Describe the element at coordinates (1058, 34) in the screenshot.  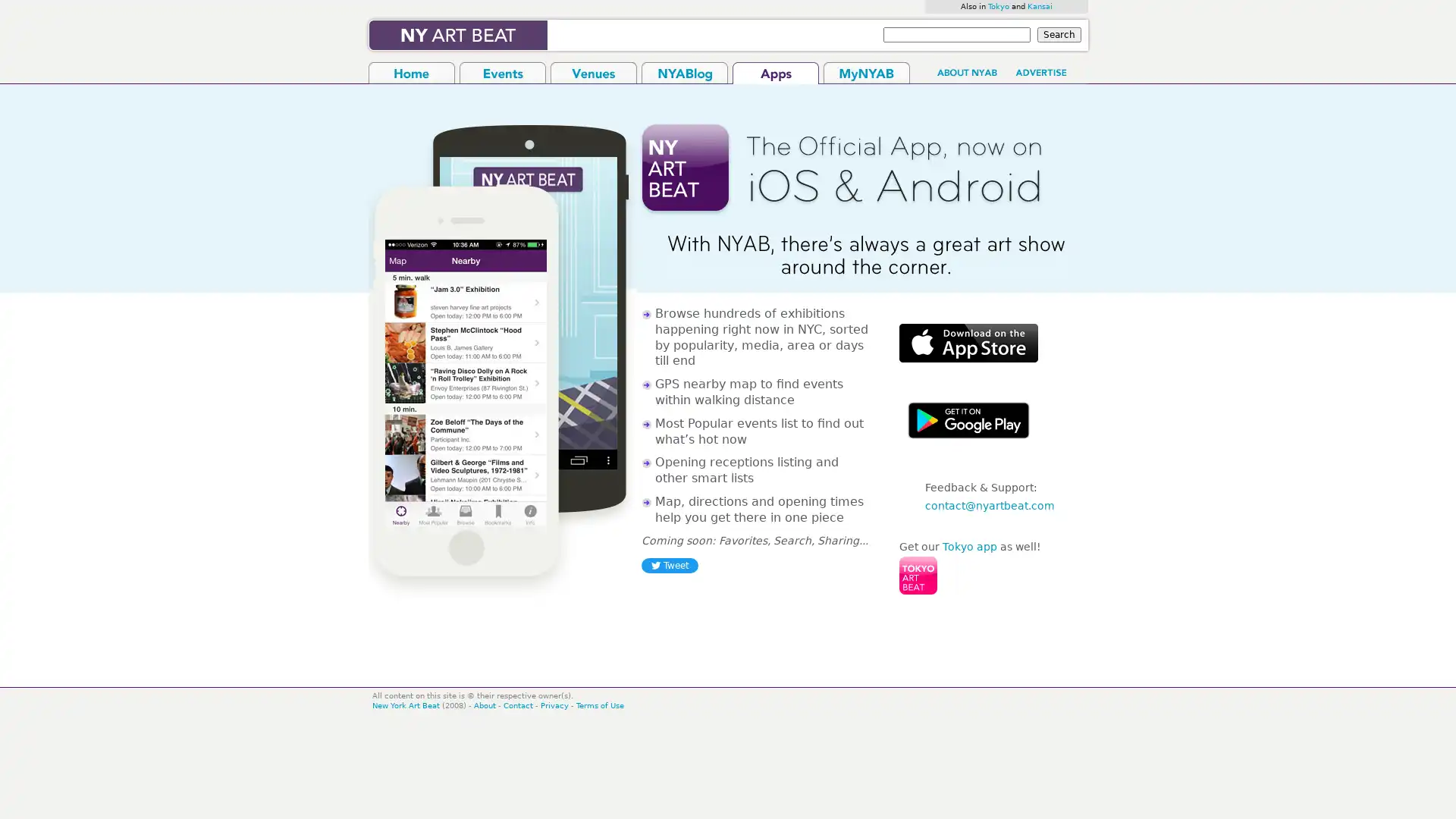
I see `Search` at that location.